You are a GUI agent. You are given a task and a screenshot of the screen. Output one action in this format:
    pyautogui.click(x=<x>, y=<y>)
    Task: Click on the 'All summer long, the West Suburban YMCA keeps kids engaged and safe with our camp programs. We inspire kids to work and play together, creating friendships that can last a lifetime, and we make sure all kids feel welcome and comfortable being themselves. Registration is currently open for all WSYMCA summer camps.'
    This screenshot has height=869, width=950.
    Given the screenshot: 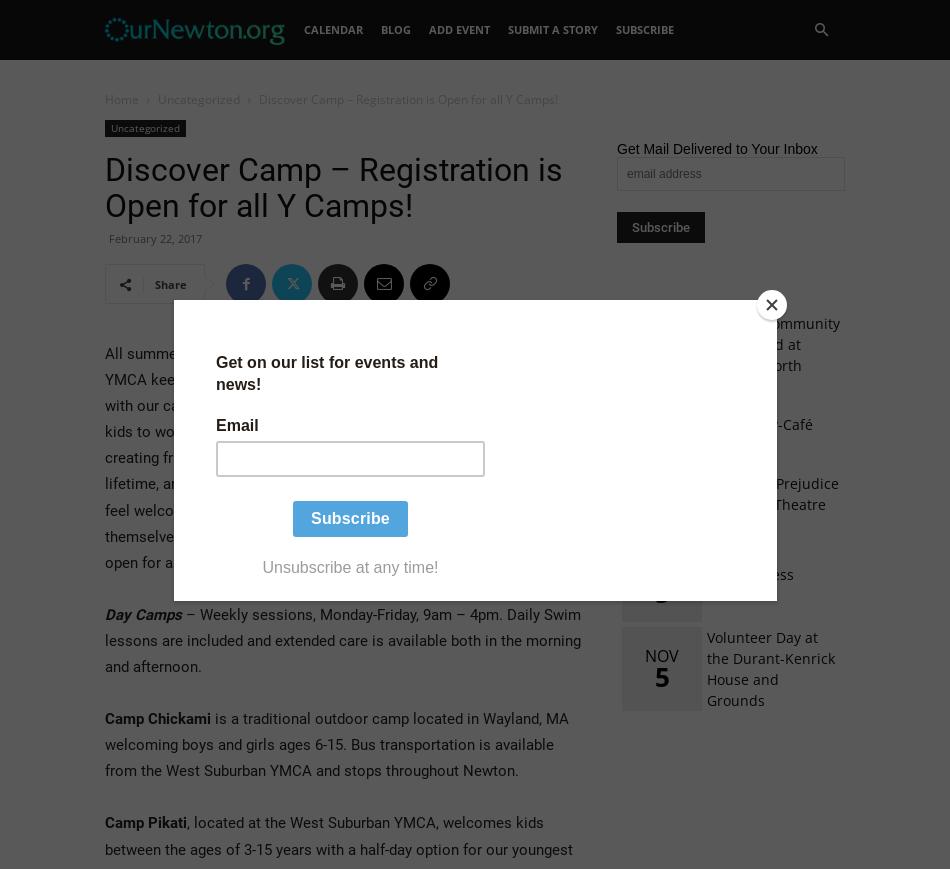 What is the action you would take?
    pyautogui.click(x=104, y=457)
    